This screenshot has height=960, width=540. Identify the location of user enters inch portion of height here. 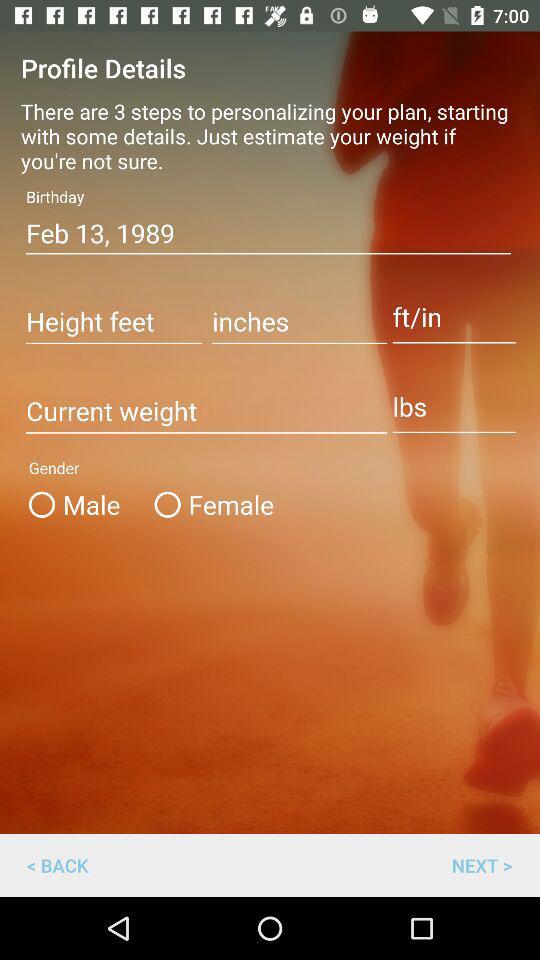
(298, 323).